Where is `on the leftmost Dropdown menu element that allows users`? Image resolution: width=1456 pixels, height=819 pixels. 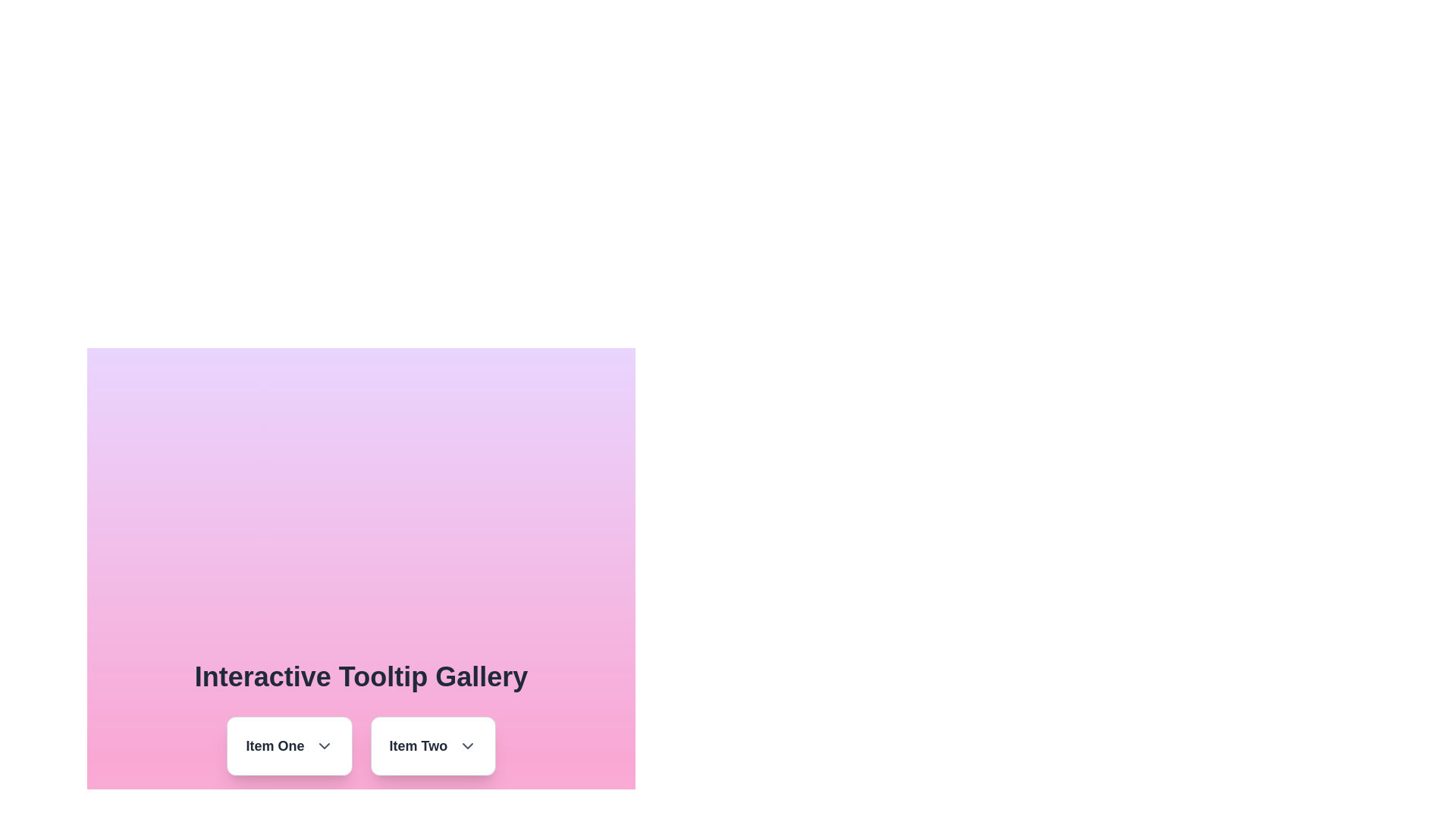 on the leftmost Dropdown menu element that allows users is located at coordinates (289, 745).